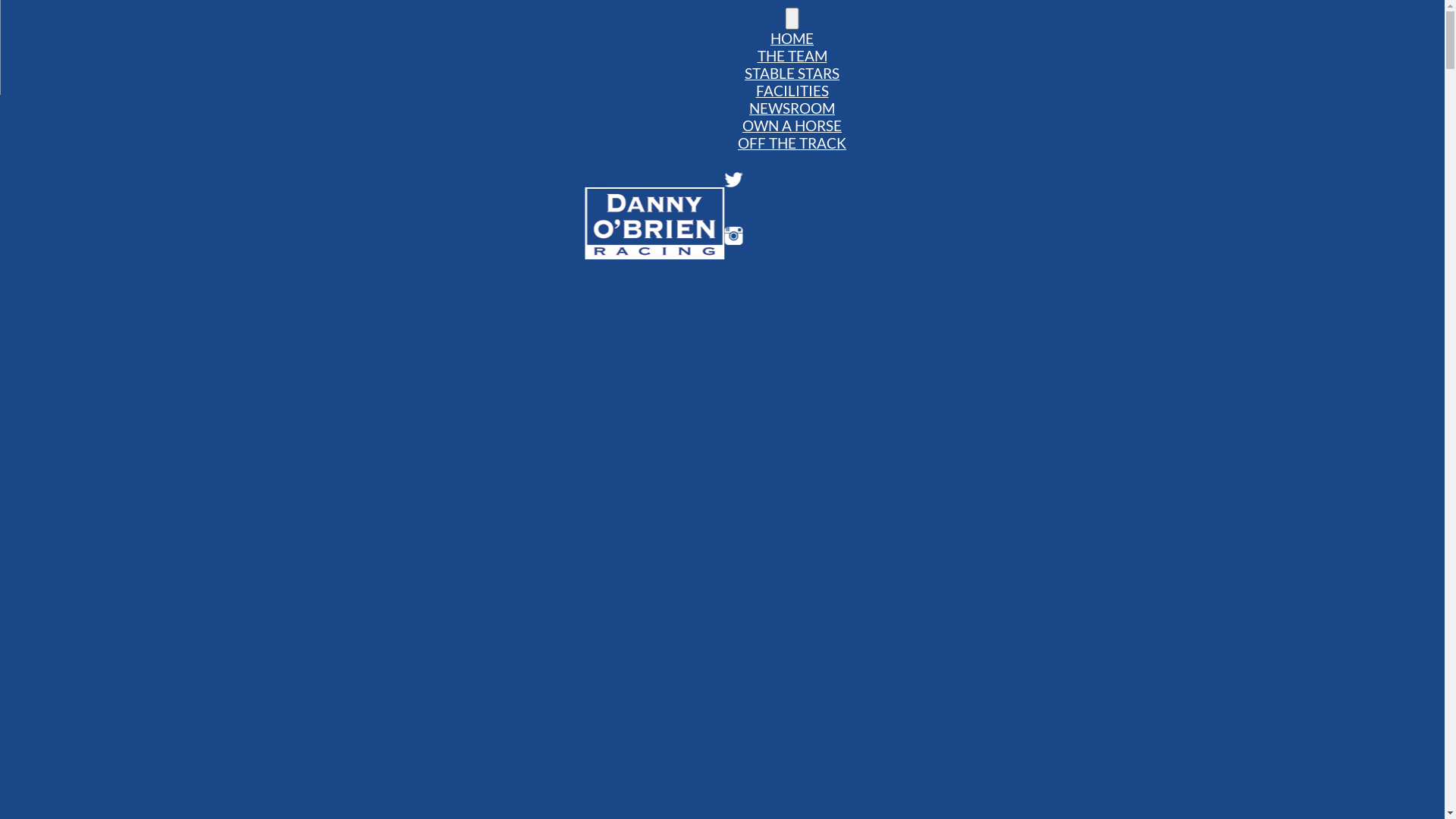 This screenshot has width=1456, height=819. What do you see at coordinates (791, 124) in the screenshot?
I see `'OWN A HORSE'` at bounding box center [791, 124].